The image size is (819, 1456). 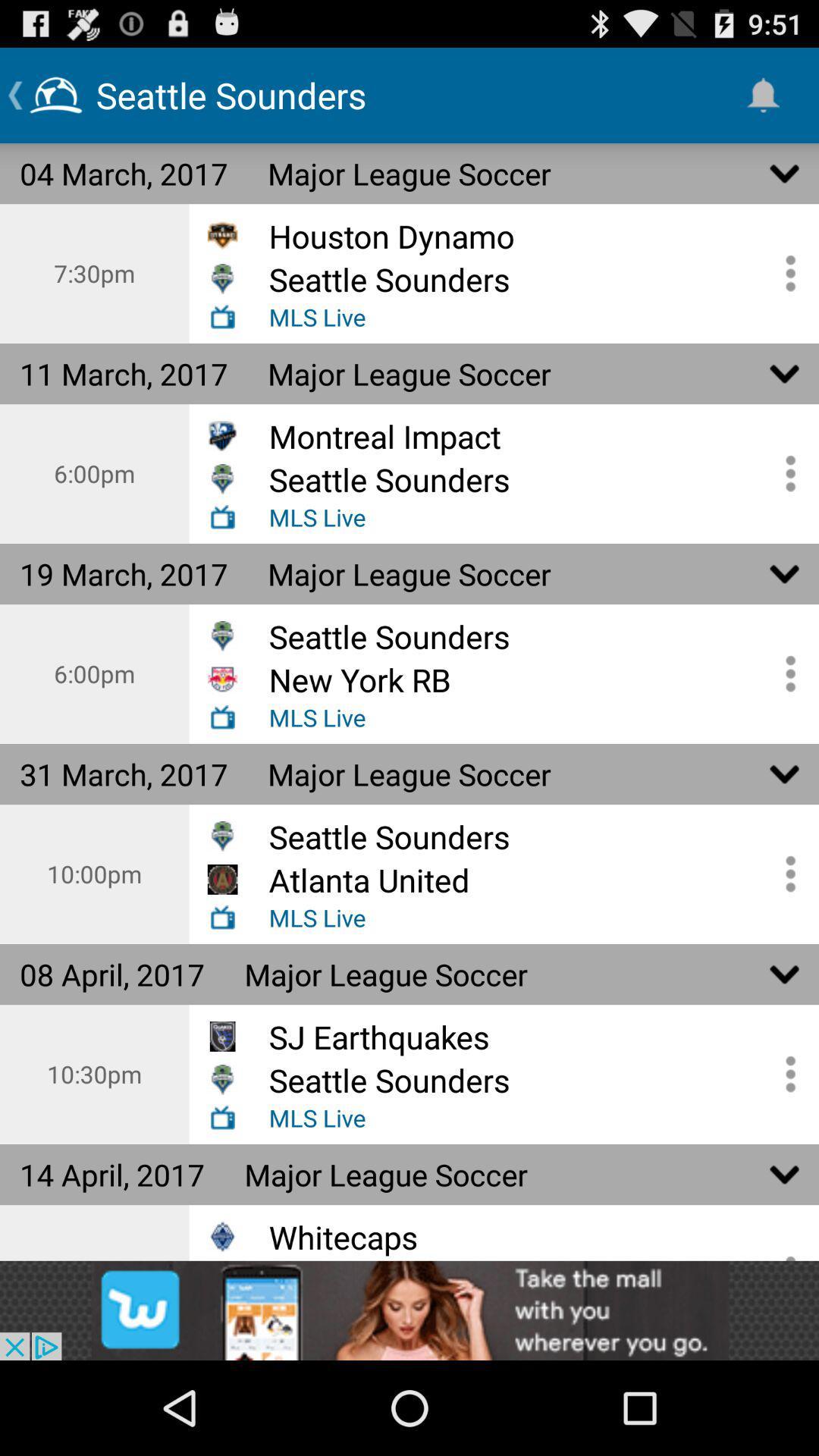 What do you see at coordinates (785, 273) in the screenshot?
I see `additional information` at bounding box center [785, 273].